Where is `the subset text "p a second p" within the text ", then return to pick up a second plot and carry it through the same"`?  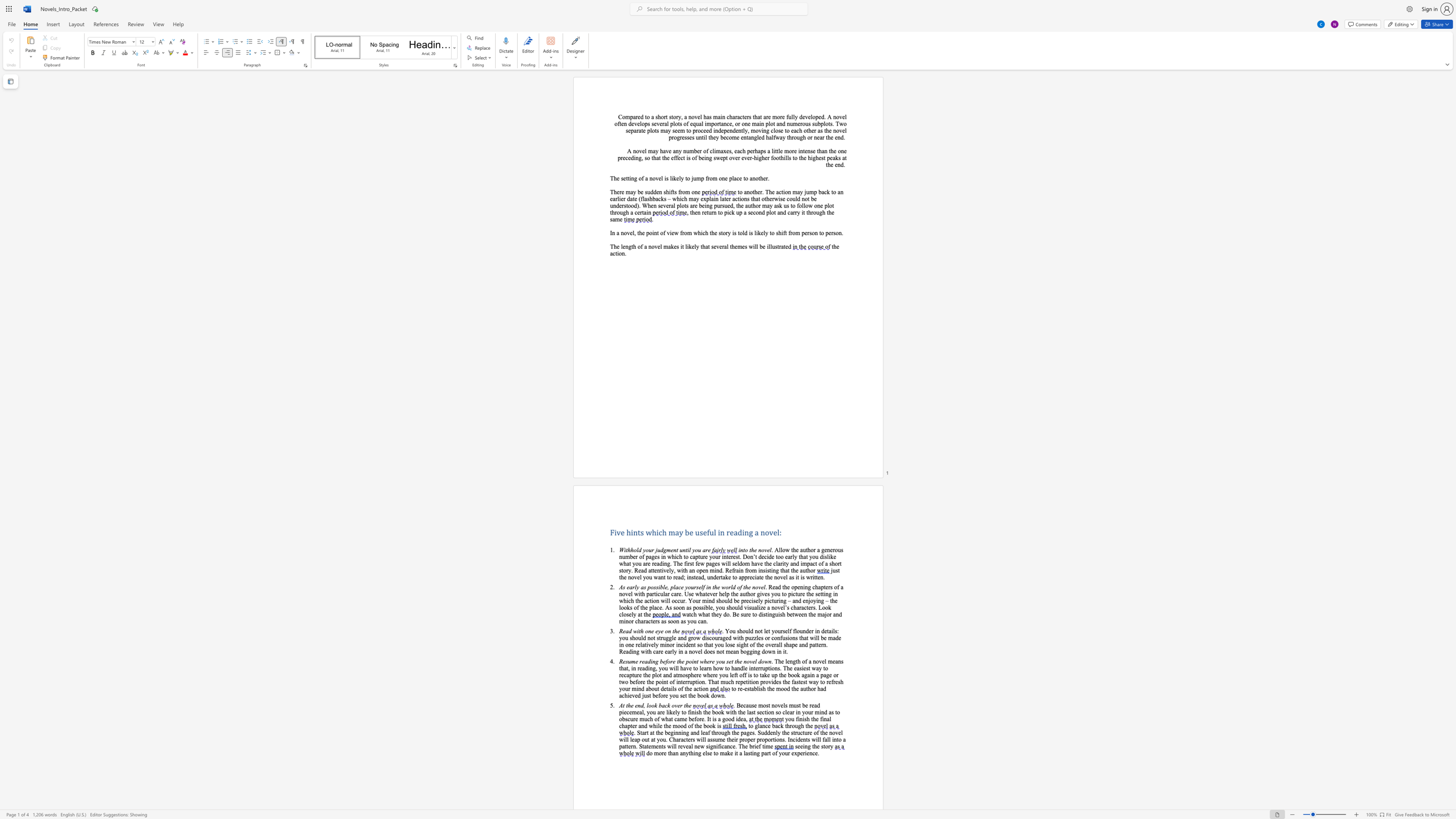 the subset text "p a second p" within the text ", then return to pick up a second plot and carry it through the same" is located at coordinates (739, 211).